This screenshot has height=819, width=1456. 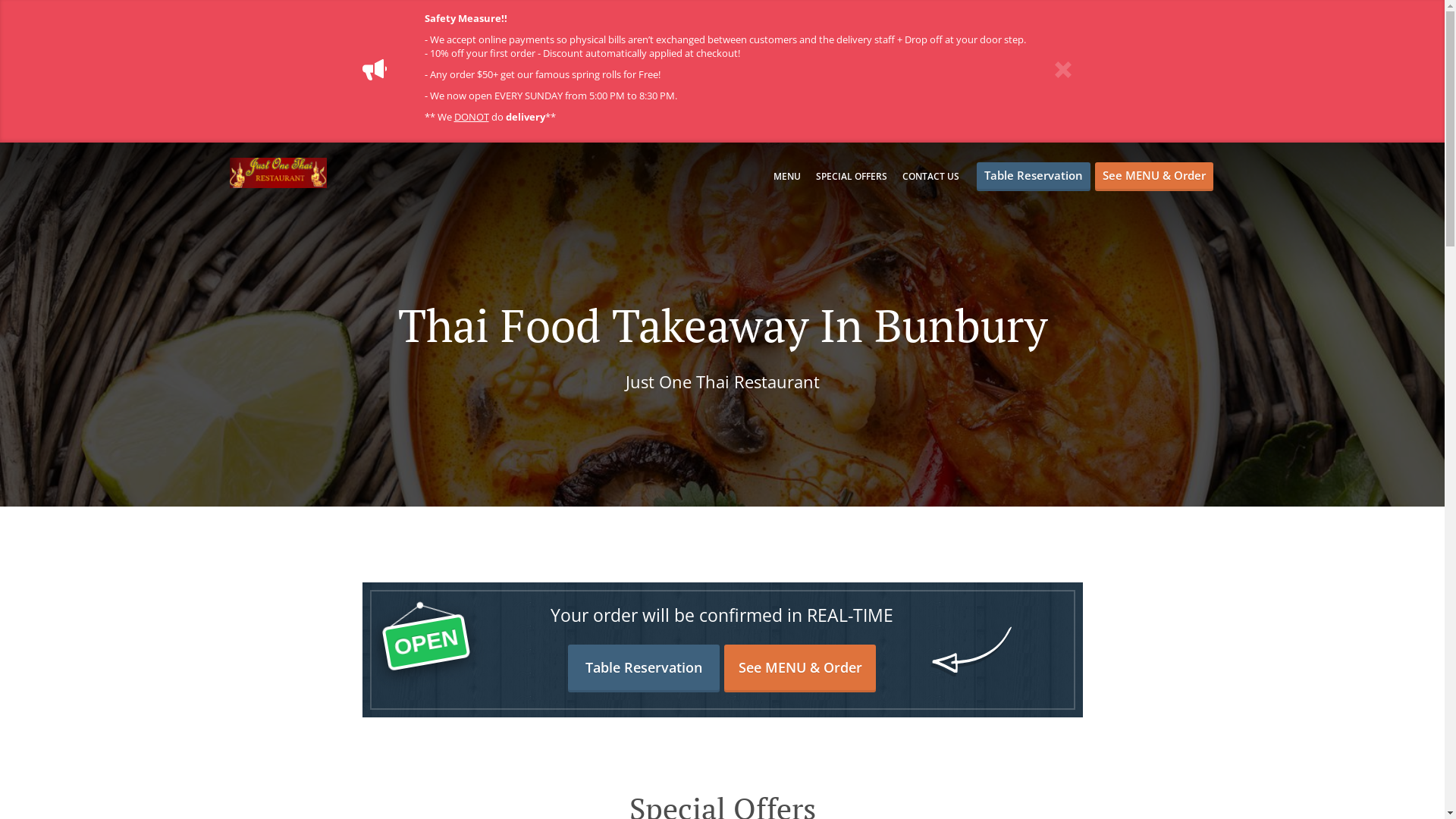 I want to click on 'MENU', so click(x=786, y=175).